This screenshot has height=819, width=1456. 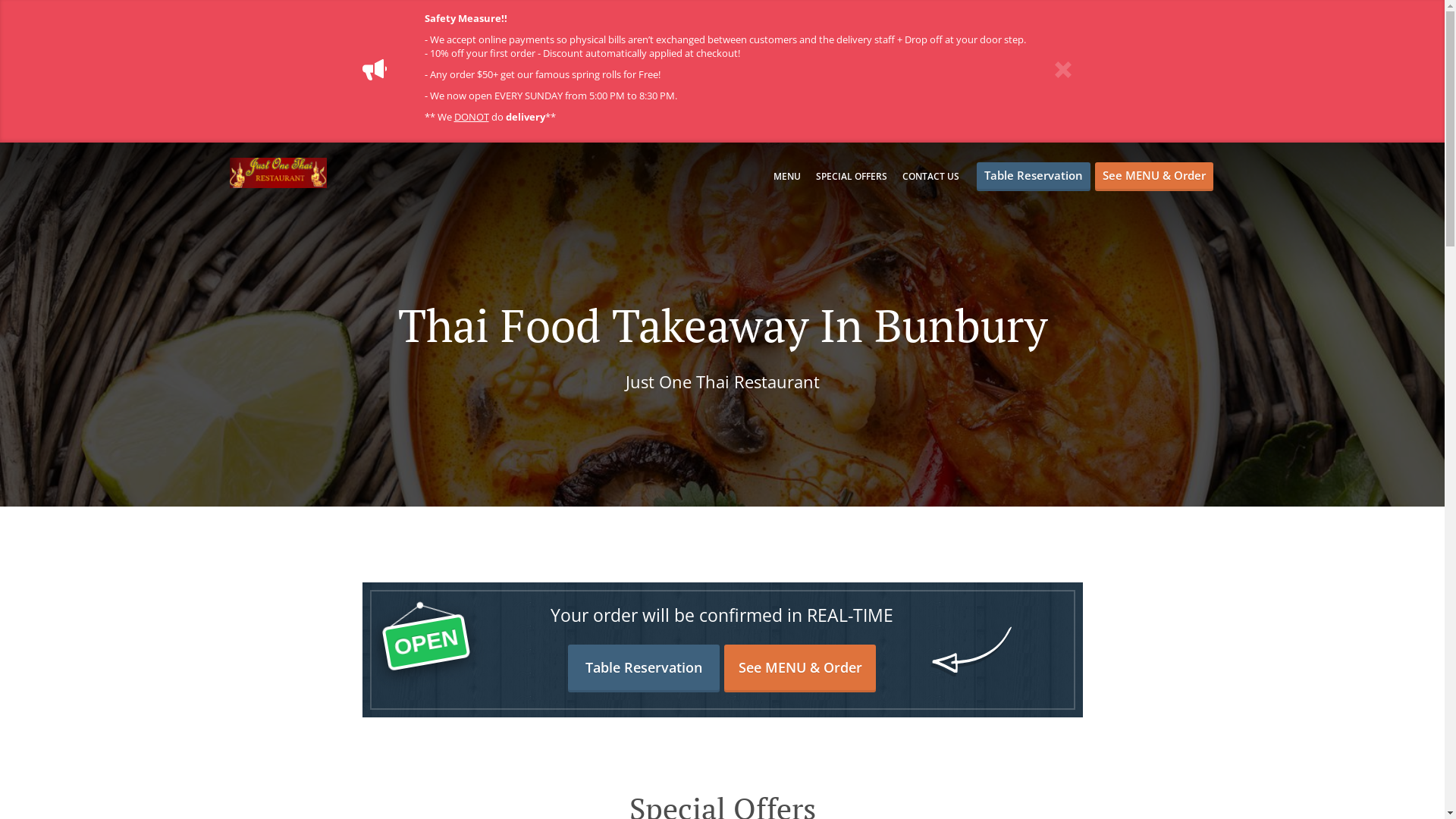 I want to click on 'MENU', so click(x=786, y=175).